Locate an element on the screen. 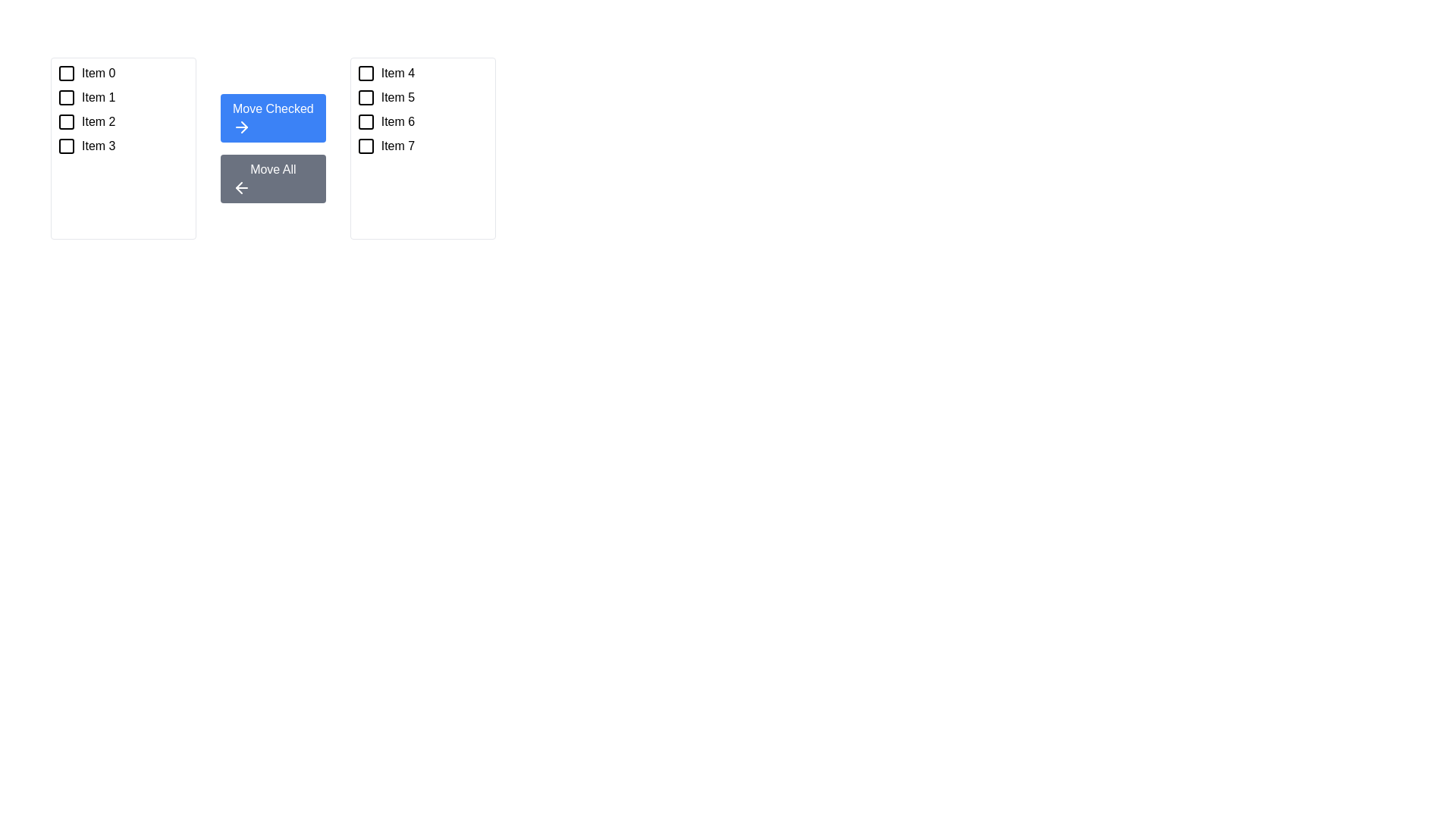  the button located in the middle of the interface, positioned above the 'Move All' button, to move selected items from the left panel to the right panel is located at coordinates (273, 117).